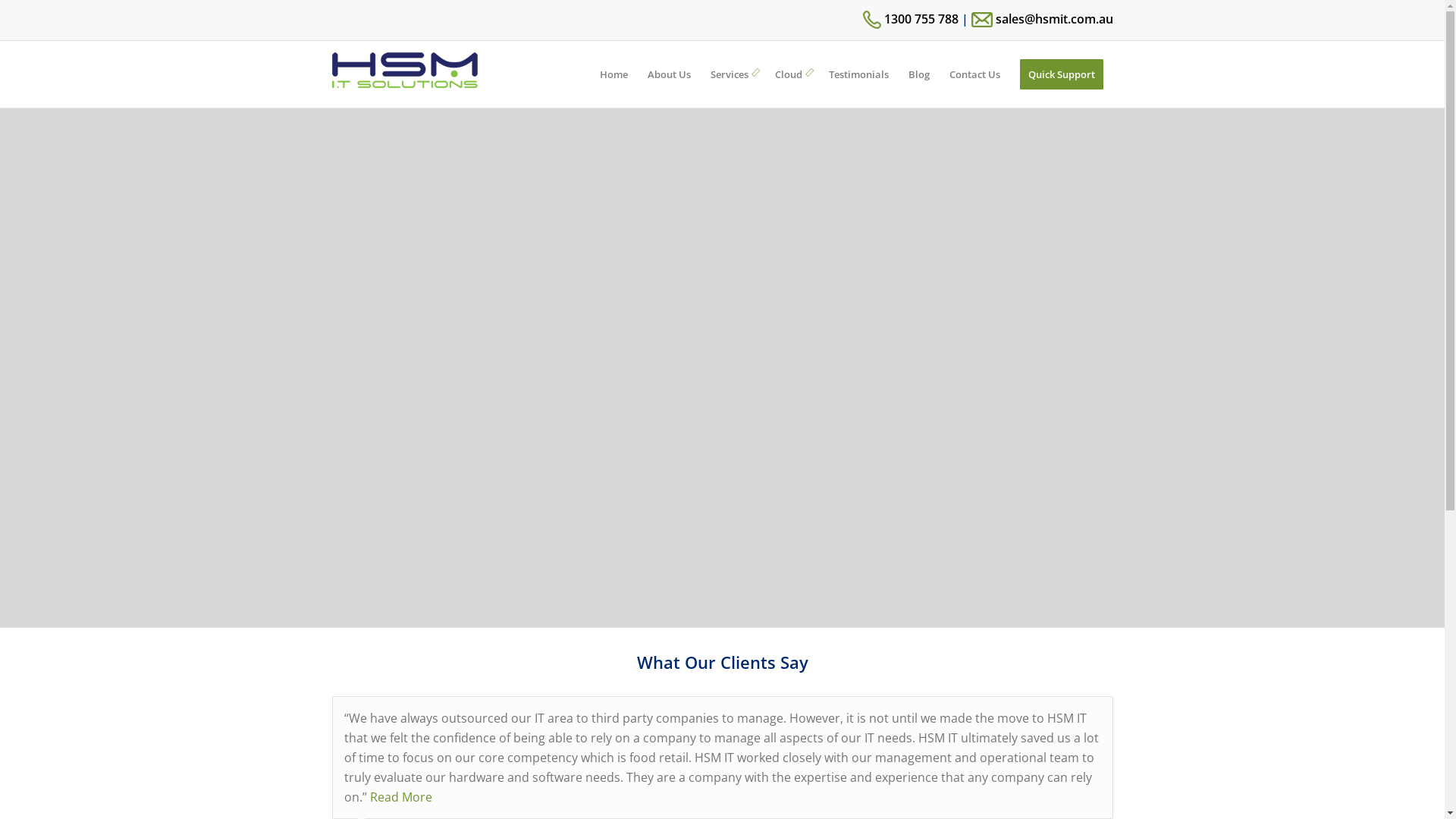 The image size is (1456, 819). What do you see at coordinates (1041, 18) in the screenshot?
I see `'sales@hsmit.com.au'` at bounding box center [1041, 18].